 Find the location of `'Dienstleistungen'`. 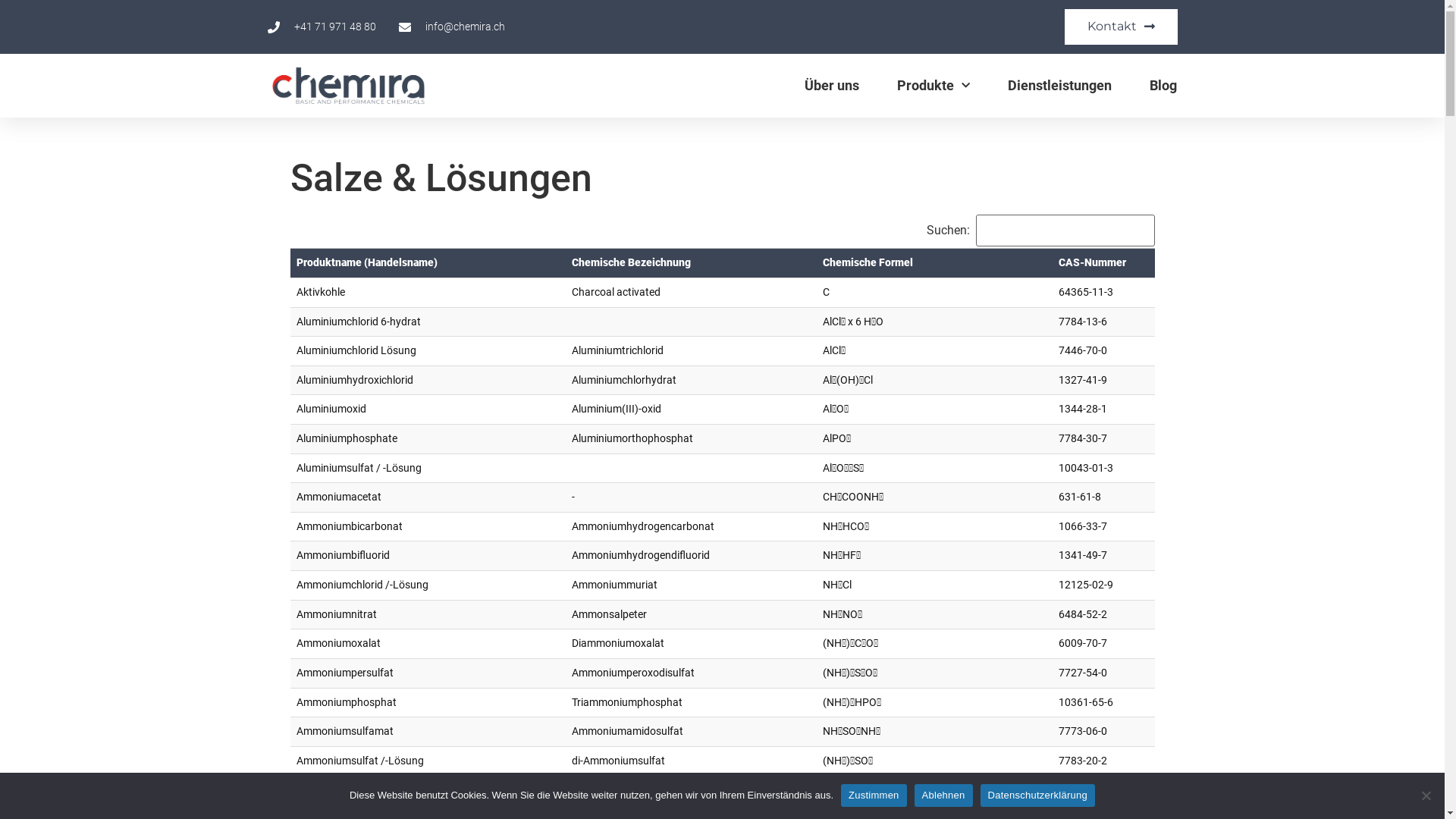

'Dienstleistungen' is located at coordinates (1059, 85).